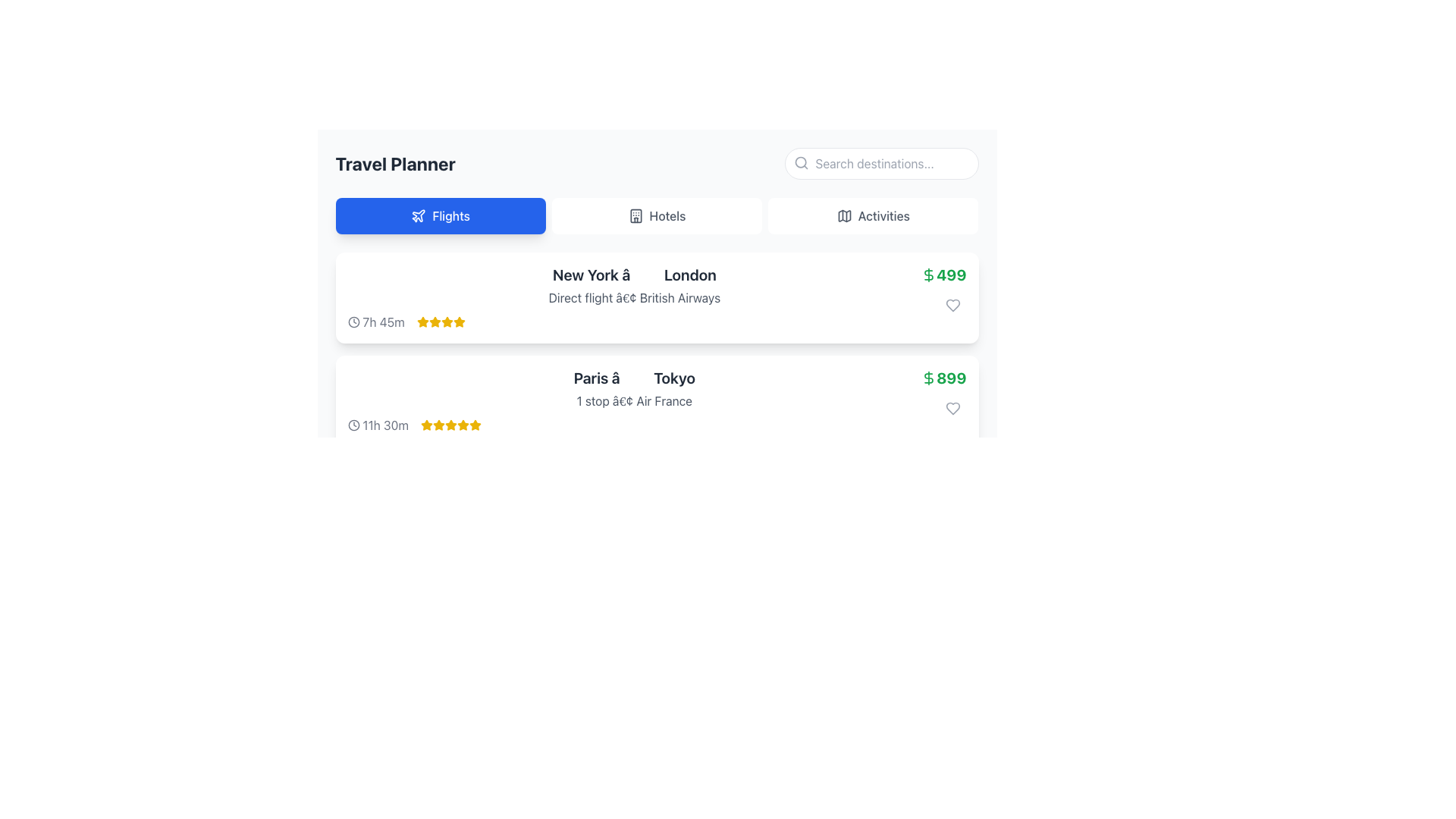 This screenshot has height=819, width=1456. Describe the element at coordinates (952, 305) in the screenshot. I see `the favorite button` at that location.